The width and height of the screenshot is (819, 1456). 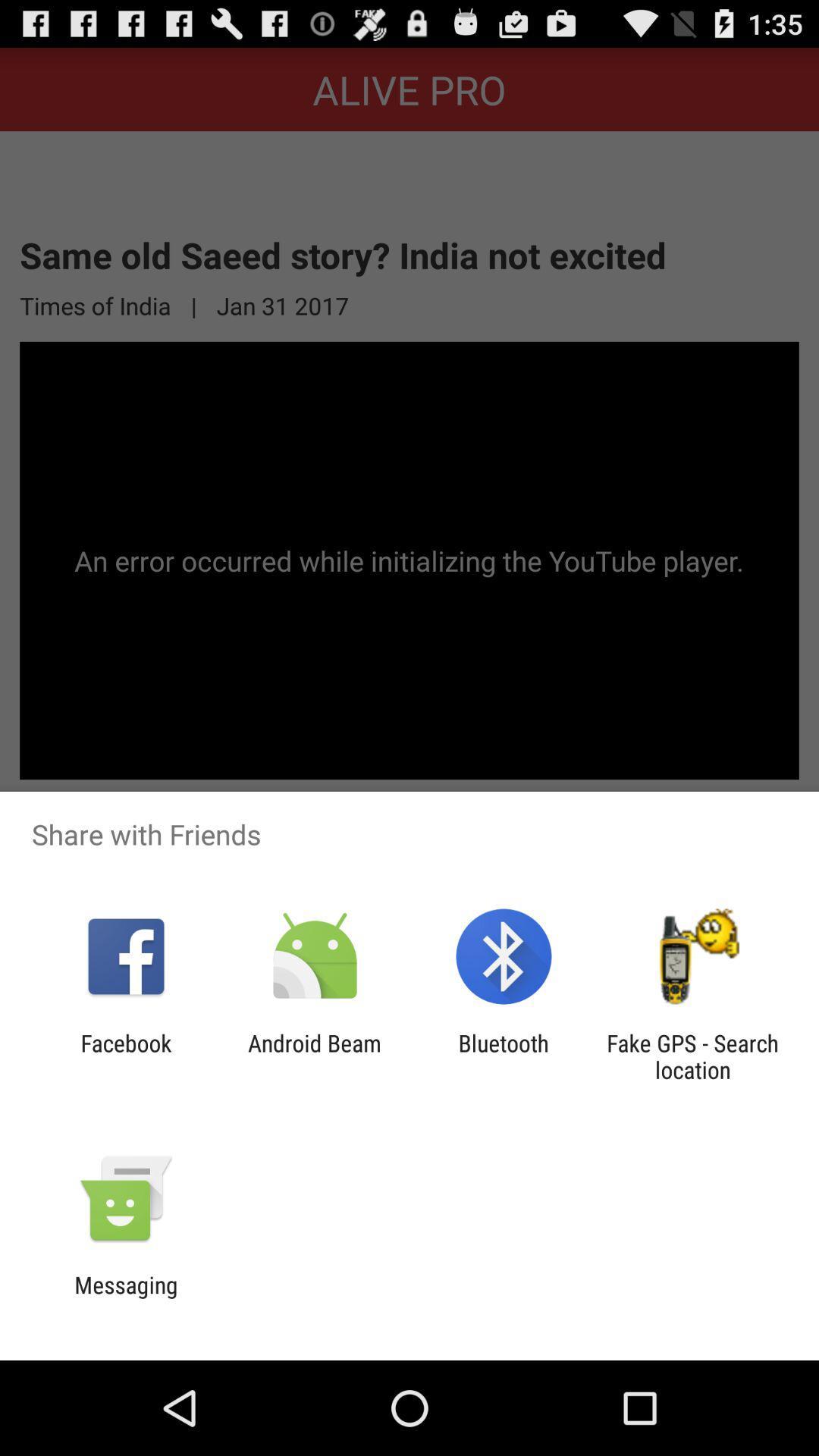 What do you see at coordinates (314, 1056) in the screenshot?
I see `android beam icon` at bounding box center [314, 1056].